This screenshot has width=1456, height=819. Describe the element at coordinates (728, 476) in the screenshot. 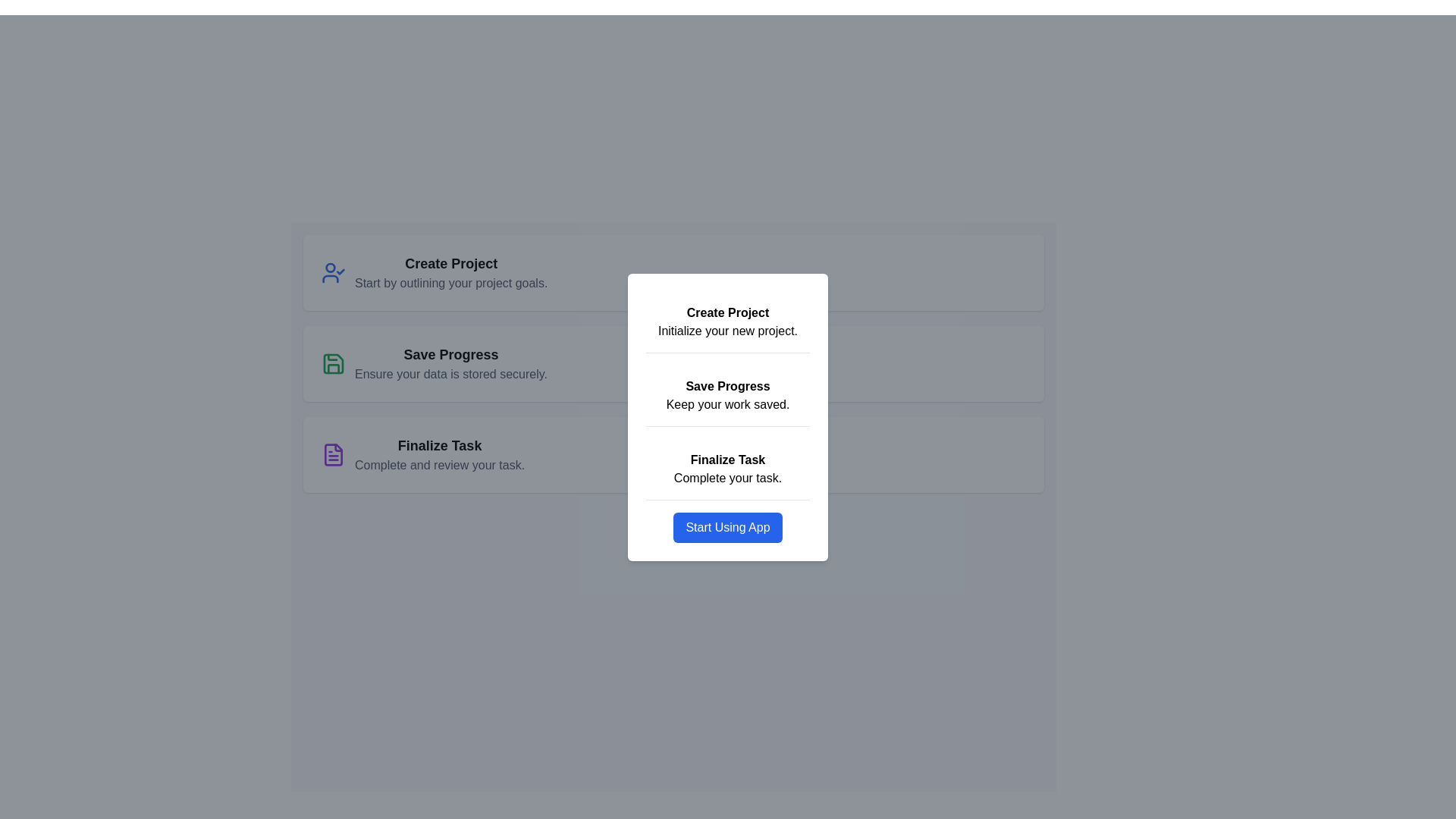

I see `the static text located directly under the 'Finalize Task' heading, which provides additional information about the option` at that location.